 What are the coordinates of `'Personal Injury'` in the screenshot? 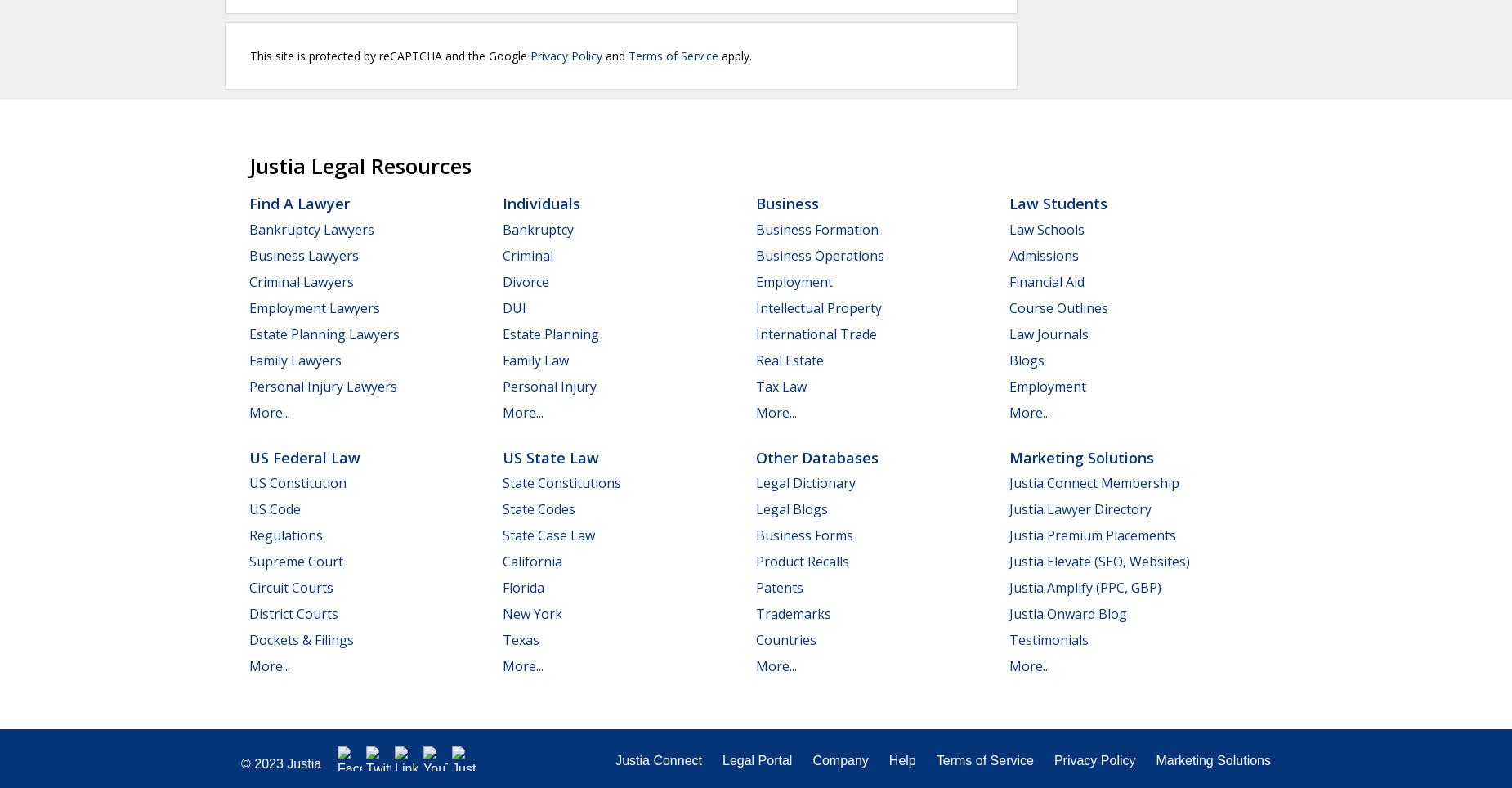 It's located at (549, 385).